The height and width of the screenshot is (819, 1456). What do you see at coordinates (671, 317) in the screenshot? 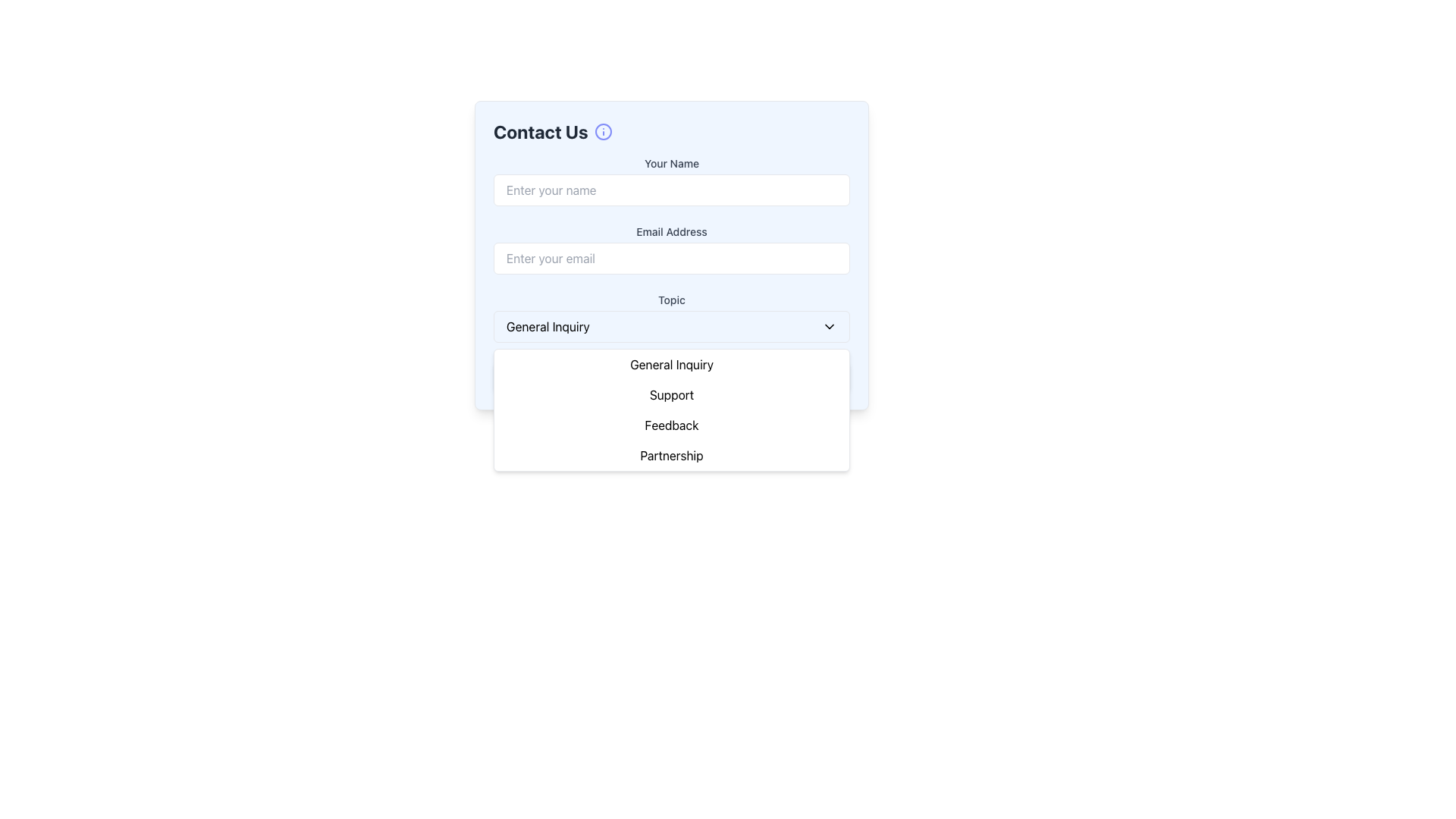
I see `an option from the dropdown menu located in the middle section of the contact form interface, directly below the email address input field and above the 'Submit' button` at bounding box center [671, 317].